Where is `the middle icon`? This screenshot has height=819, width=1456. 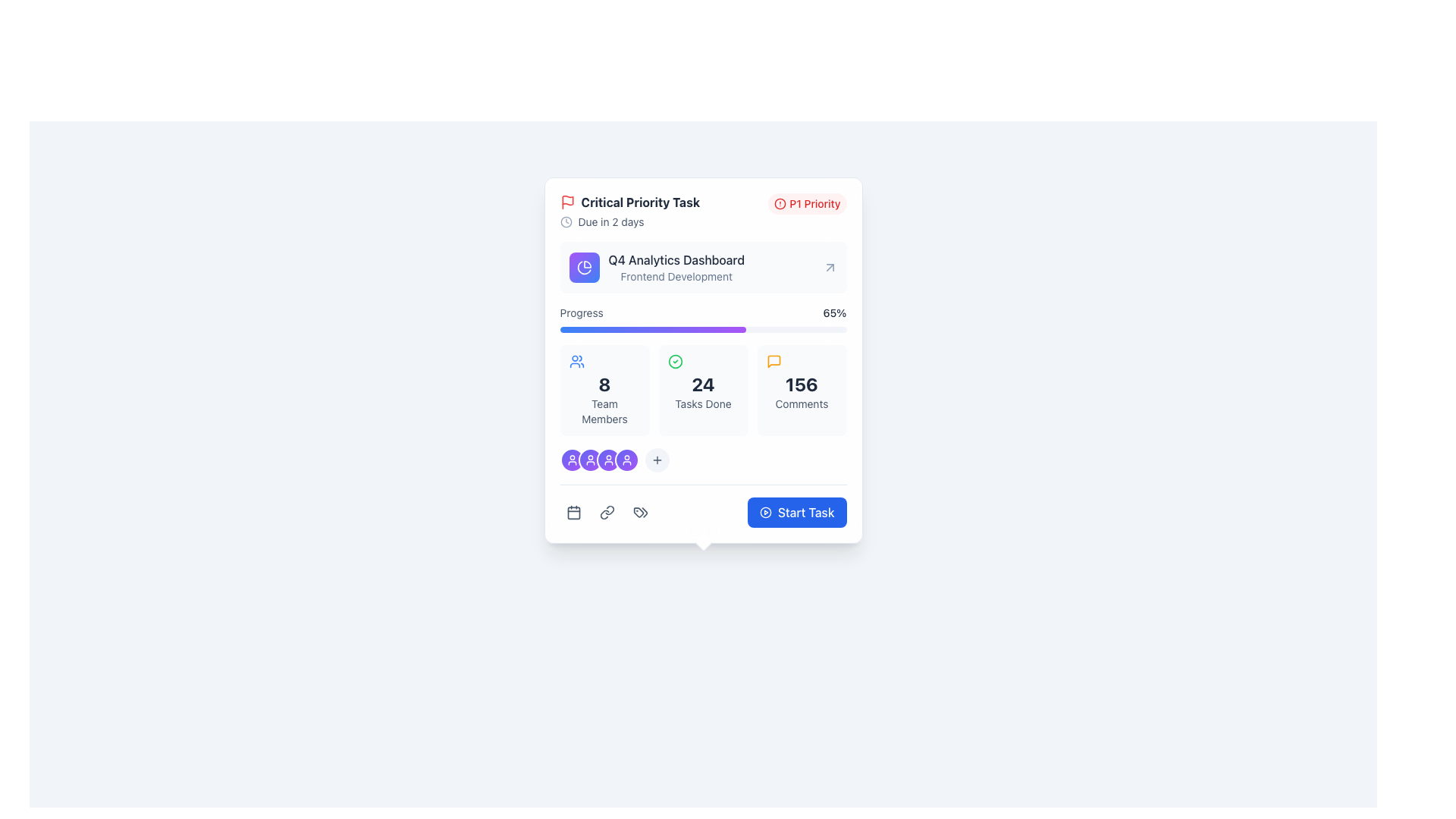 the middle icon is located at coordinates (607, 512).